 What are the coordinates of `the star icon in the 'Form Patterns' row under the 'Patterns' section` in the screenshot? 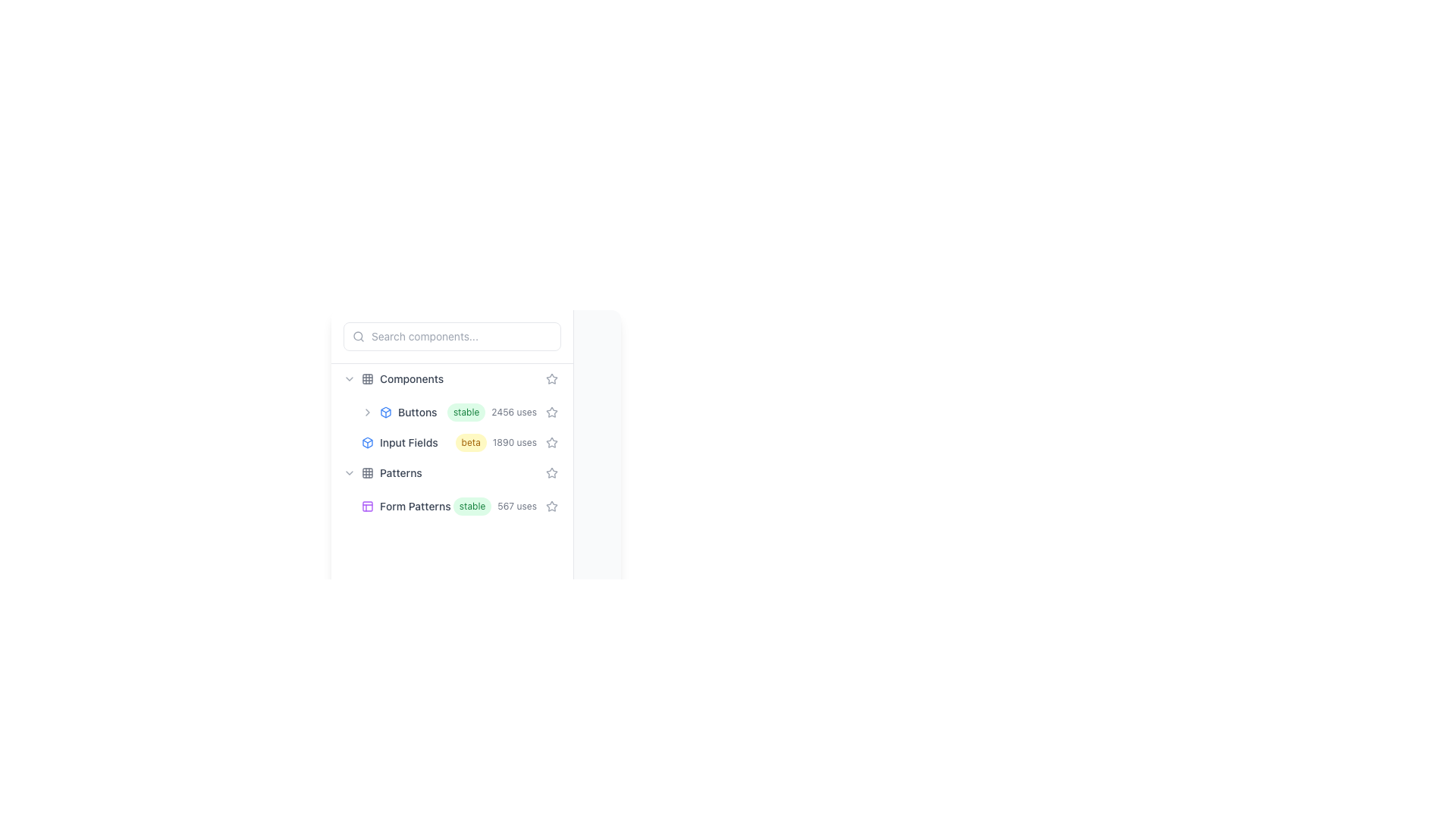 It's located at (551, 506).